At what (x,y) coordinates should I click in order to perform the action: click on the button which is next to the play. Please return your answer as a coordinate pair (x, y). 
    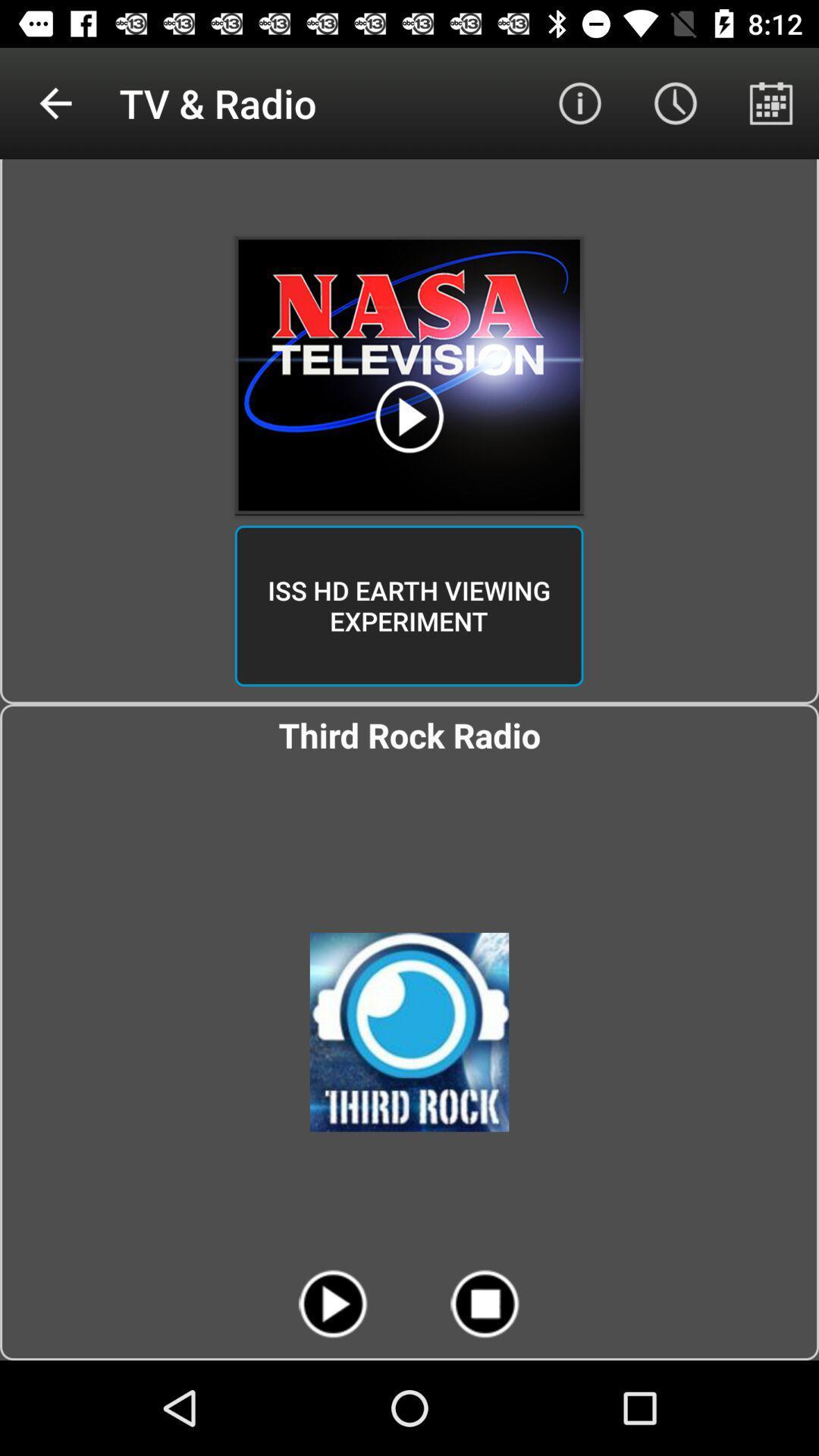
    Looking at the image, I should click on (485, 1303).